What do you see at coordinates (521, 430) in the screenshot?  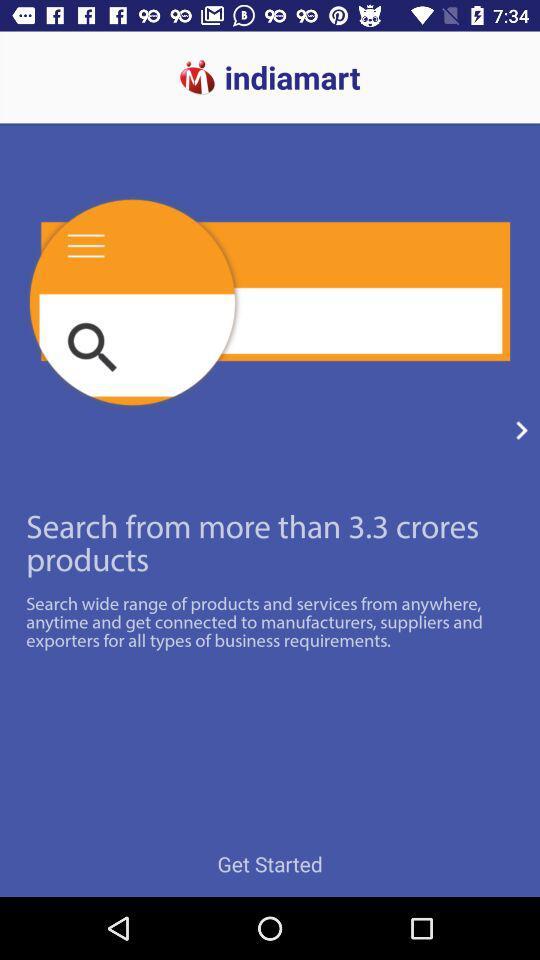 I see `next option` at bounding box center [521, 430].